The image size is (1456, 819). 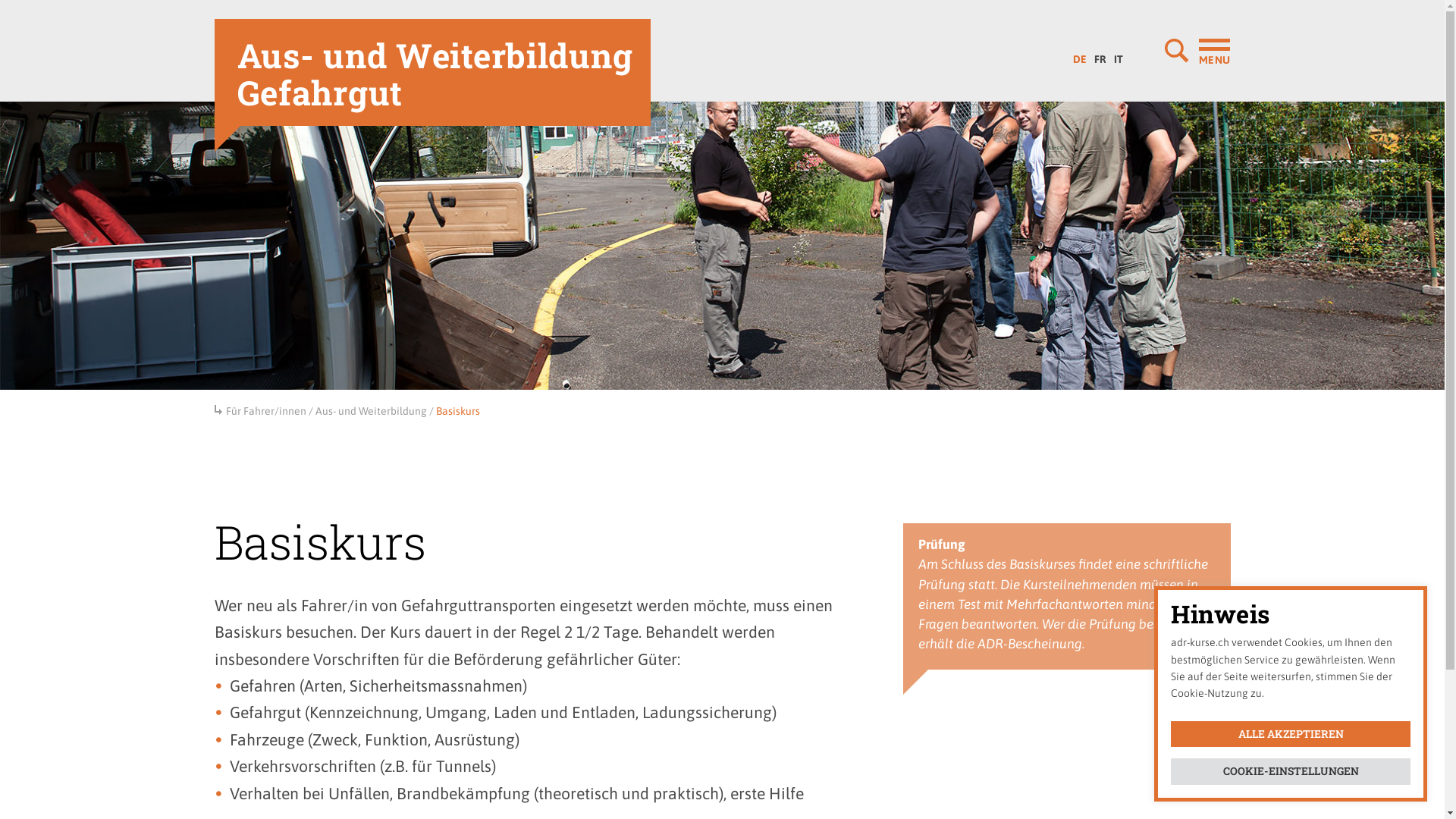 What do you see at coordinates (1068, 55) in the screenshot?
I see `'DE'` at bounding box center [1068, 55].